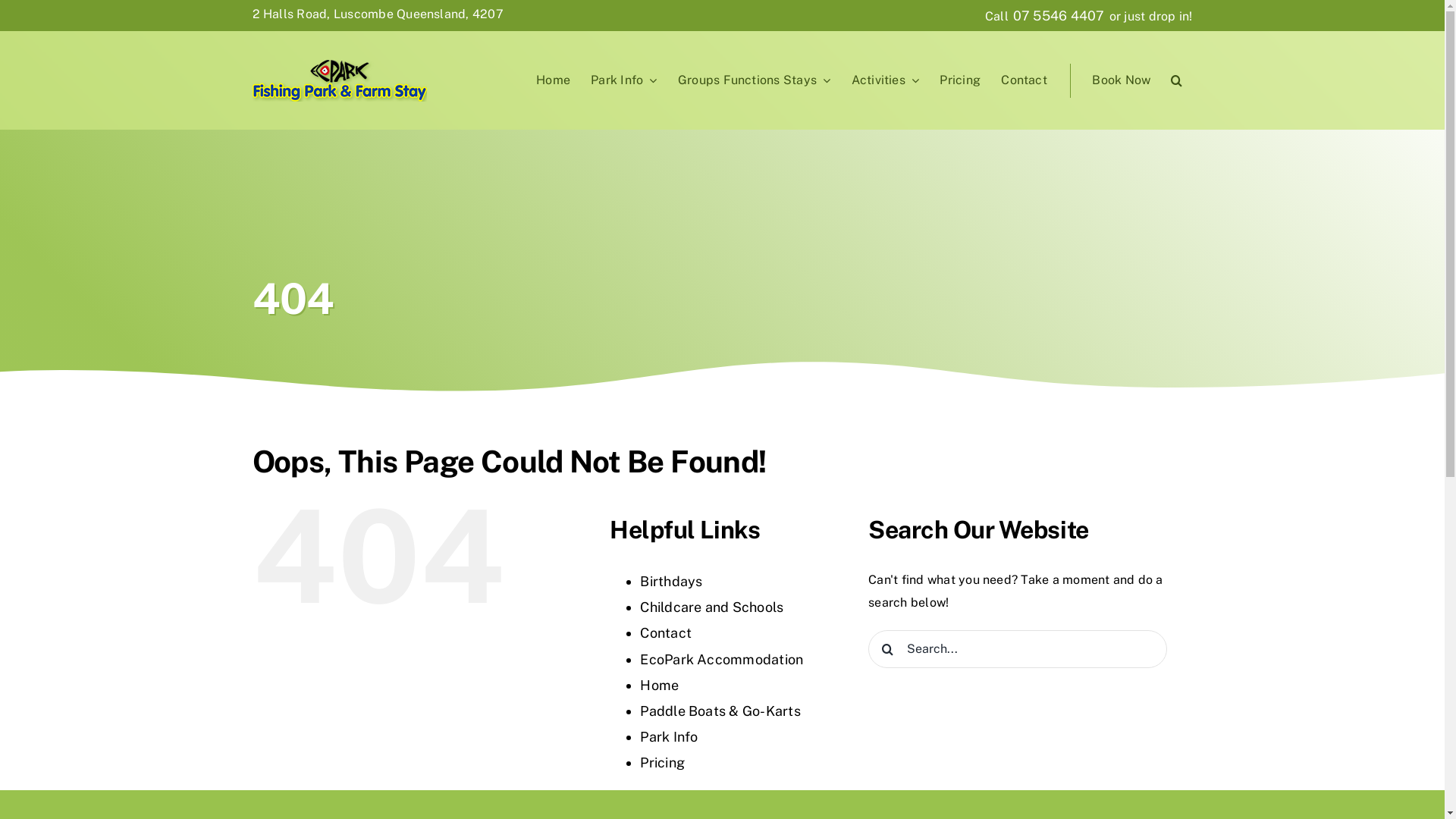 This screenshot has width=1456, height=819. Describe the element at coordinates (670, 580) in the screenshot. I see `'Birthdays'` at that location.